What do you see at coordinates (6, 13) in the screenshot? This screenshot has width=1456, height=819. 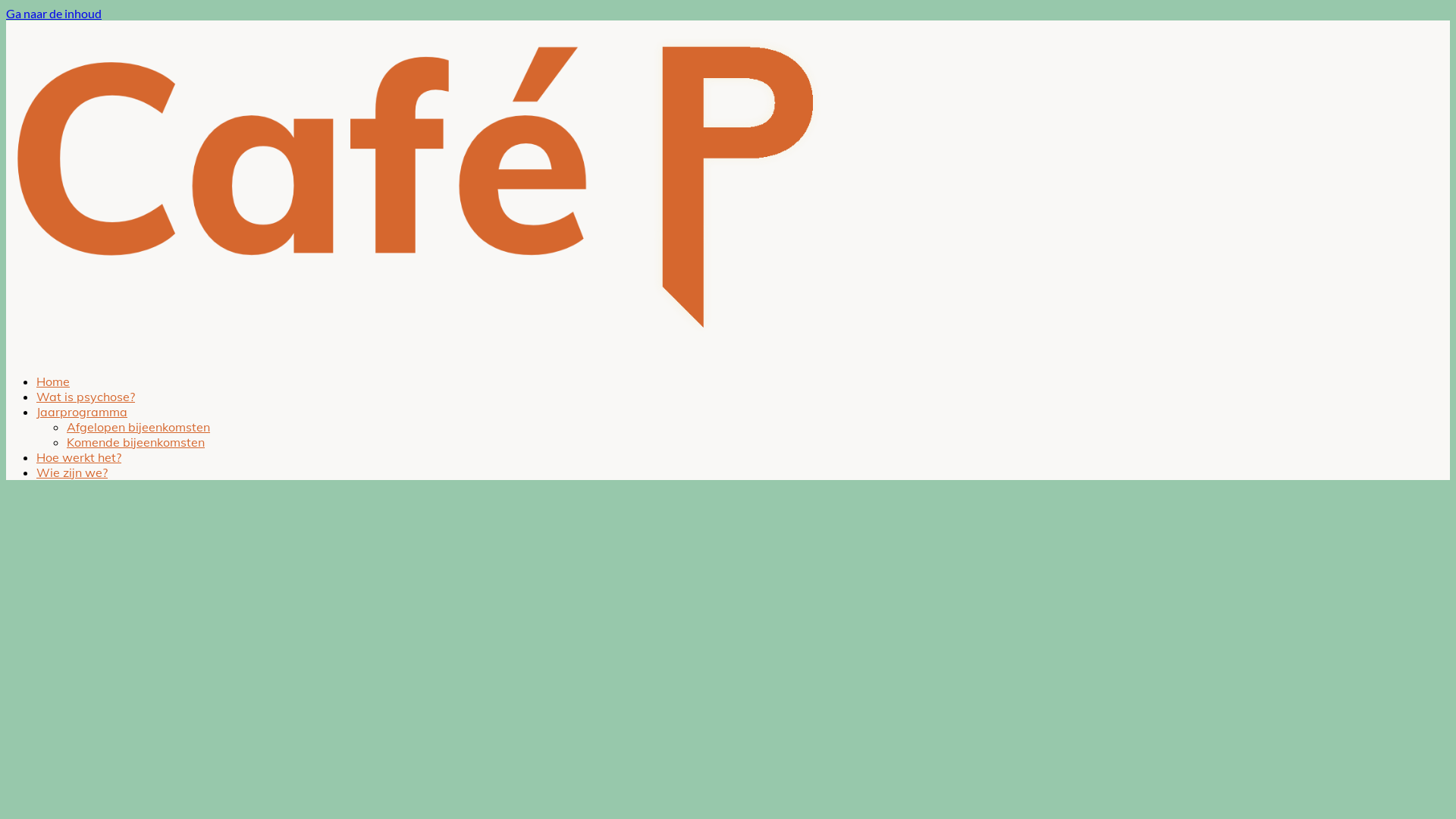 I see `'Ga naar de inhoud'` at bounding box center [6, 13].